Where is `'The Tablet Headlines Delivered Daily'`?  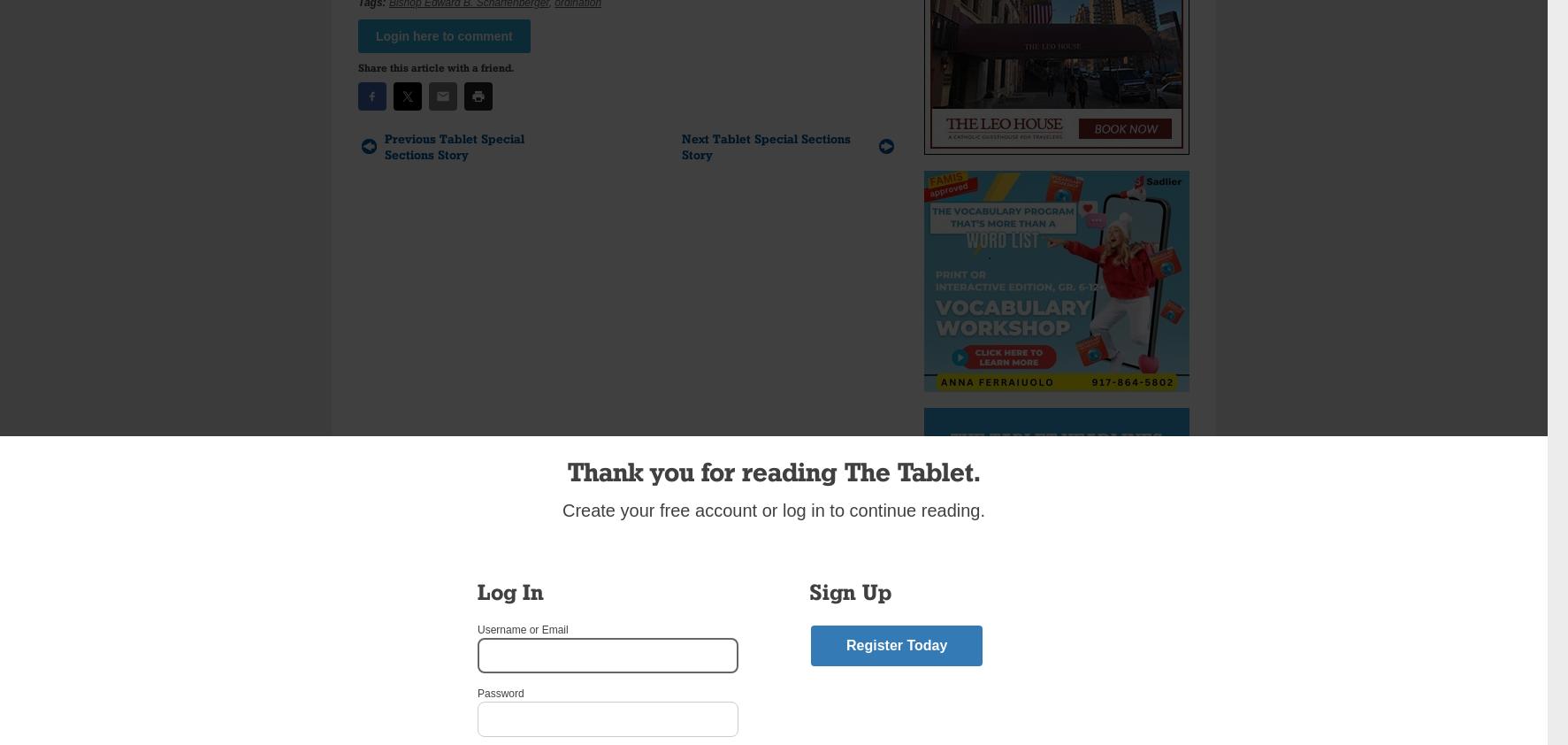
'The Tablet Headlines Delivered Daily' is located at coordinates (1056, 448).